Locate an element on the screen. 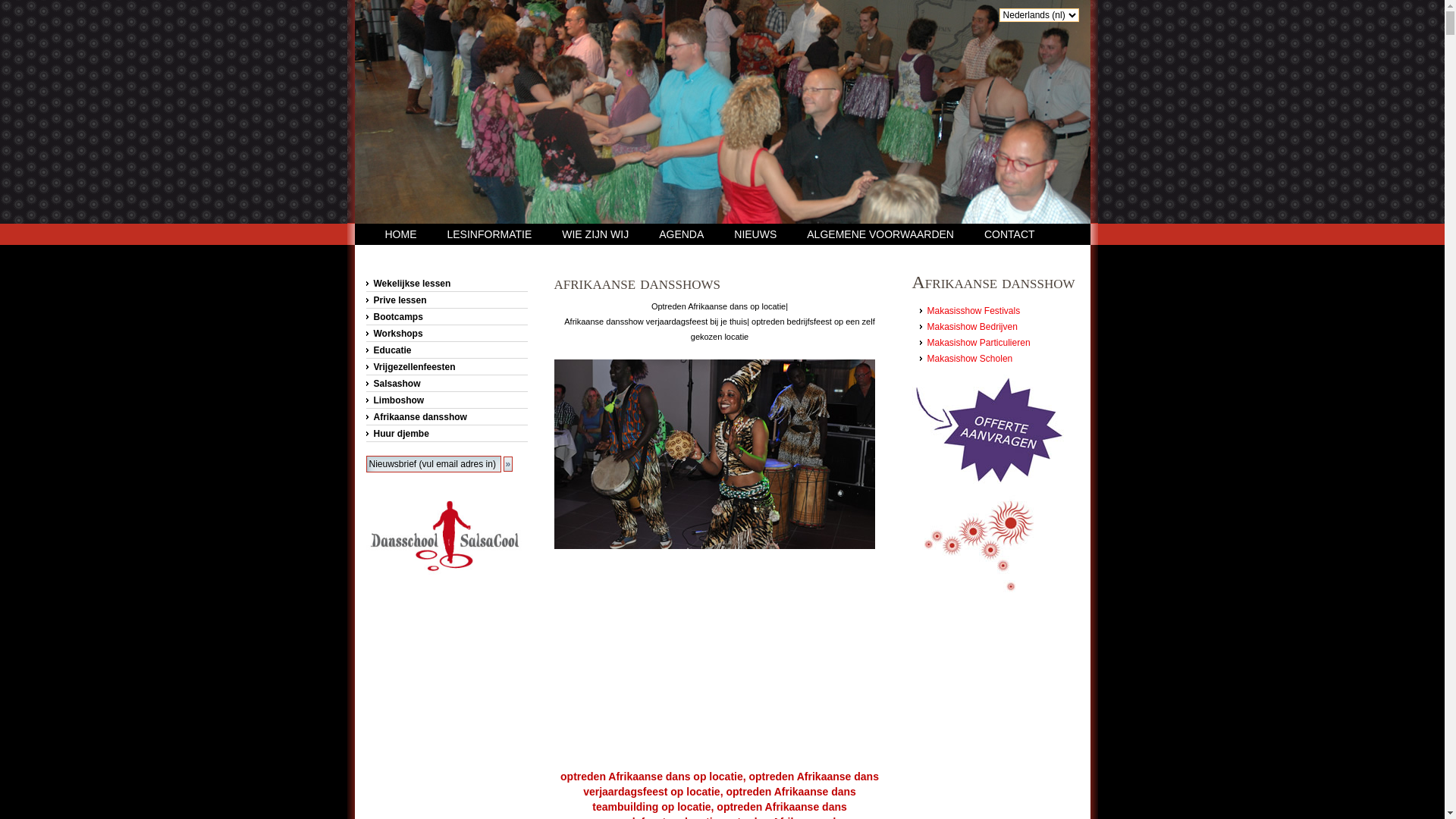  'Makasishow Particulieren' is located at coordinates (926, 342).